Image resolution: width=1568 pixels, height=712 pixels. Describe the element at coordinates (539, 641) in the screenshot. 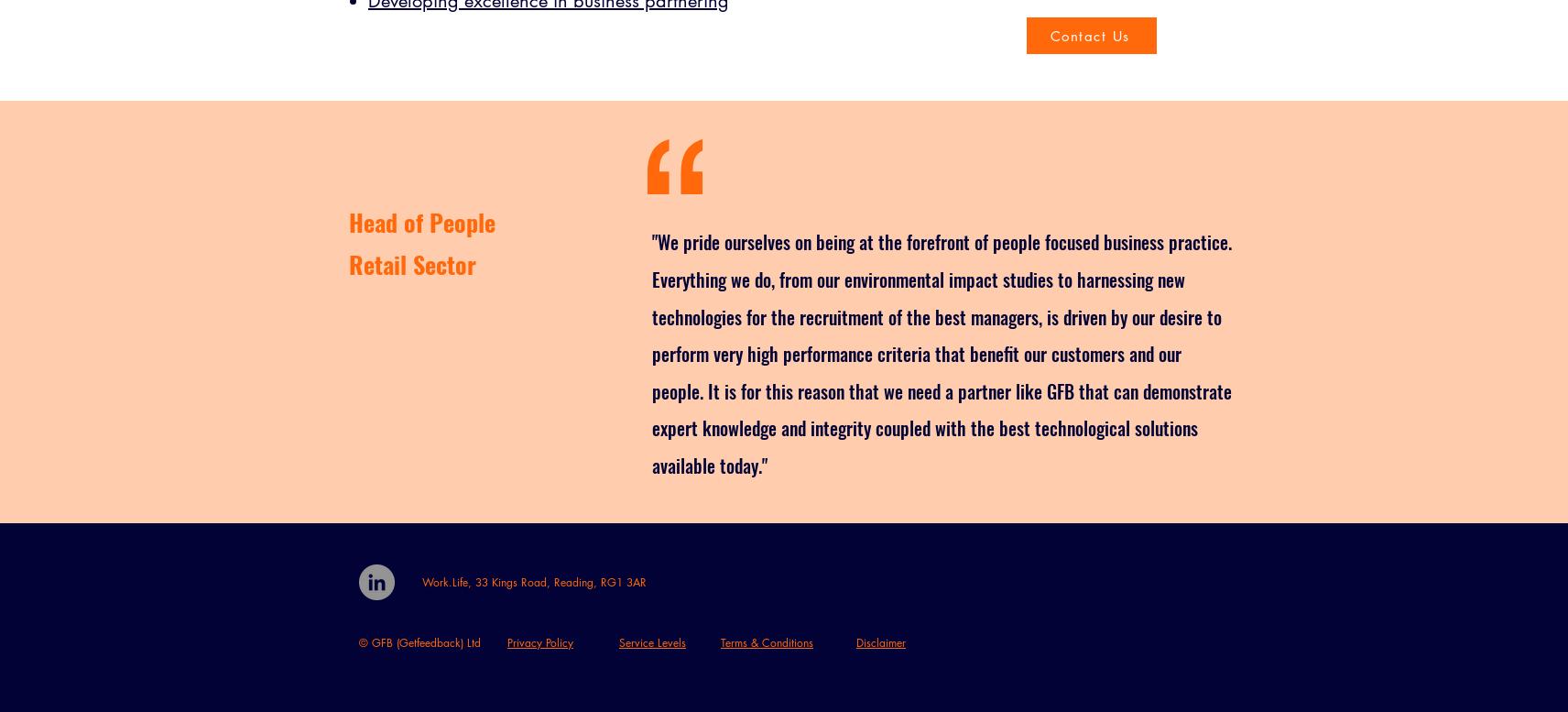

I see `'Privacy Policy'` at that location.